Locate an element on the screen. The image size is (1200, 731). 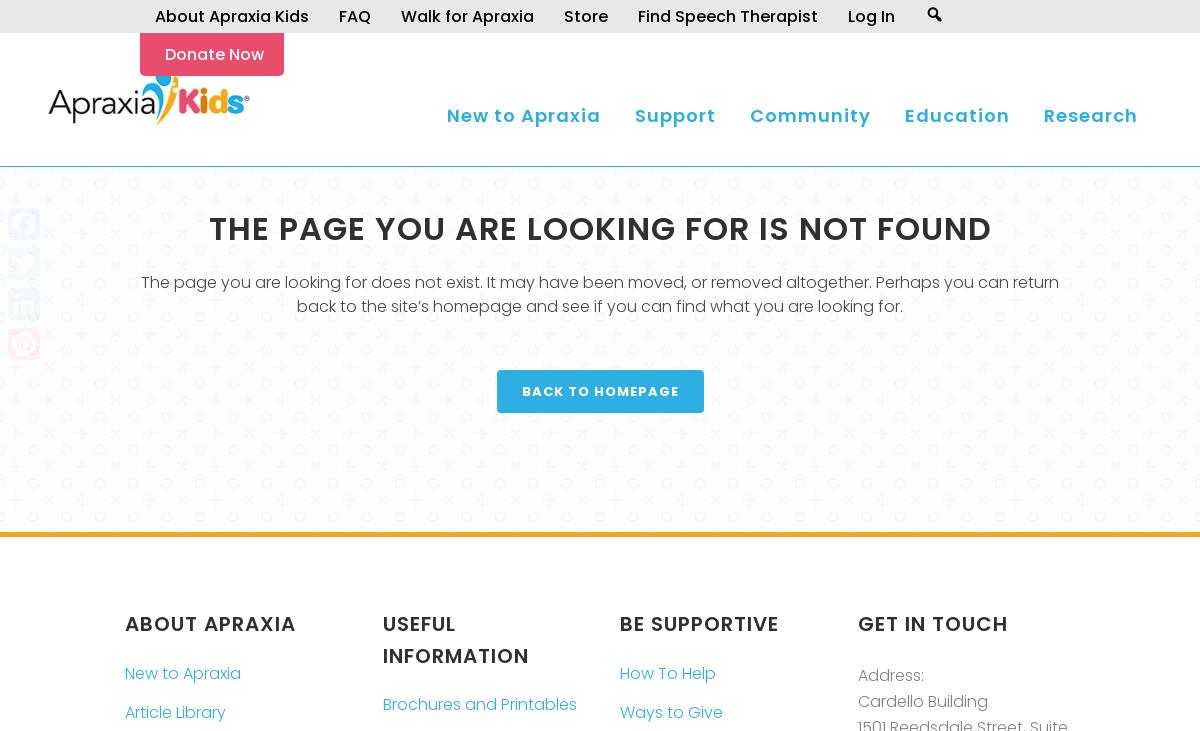
'The page you are looking for does not exist. It may have been moved, or removed altogether. Perhaps you can return back to the site’s homepage and see if you can find what you are looking for.' is located at coordinates (600, 293).